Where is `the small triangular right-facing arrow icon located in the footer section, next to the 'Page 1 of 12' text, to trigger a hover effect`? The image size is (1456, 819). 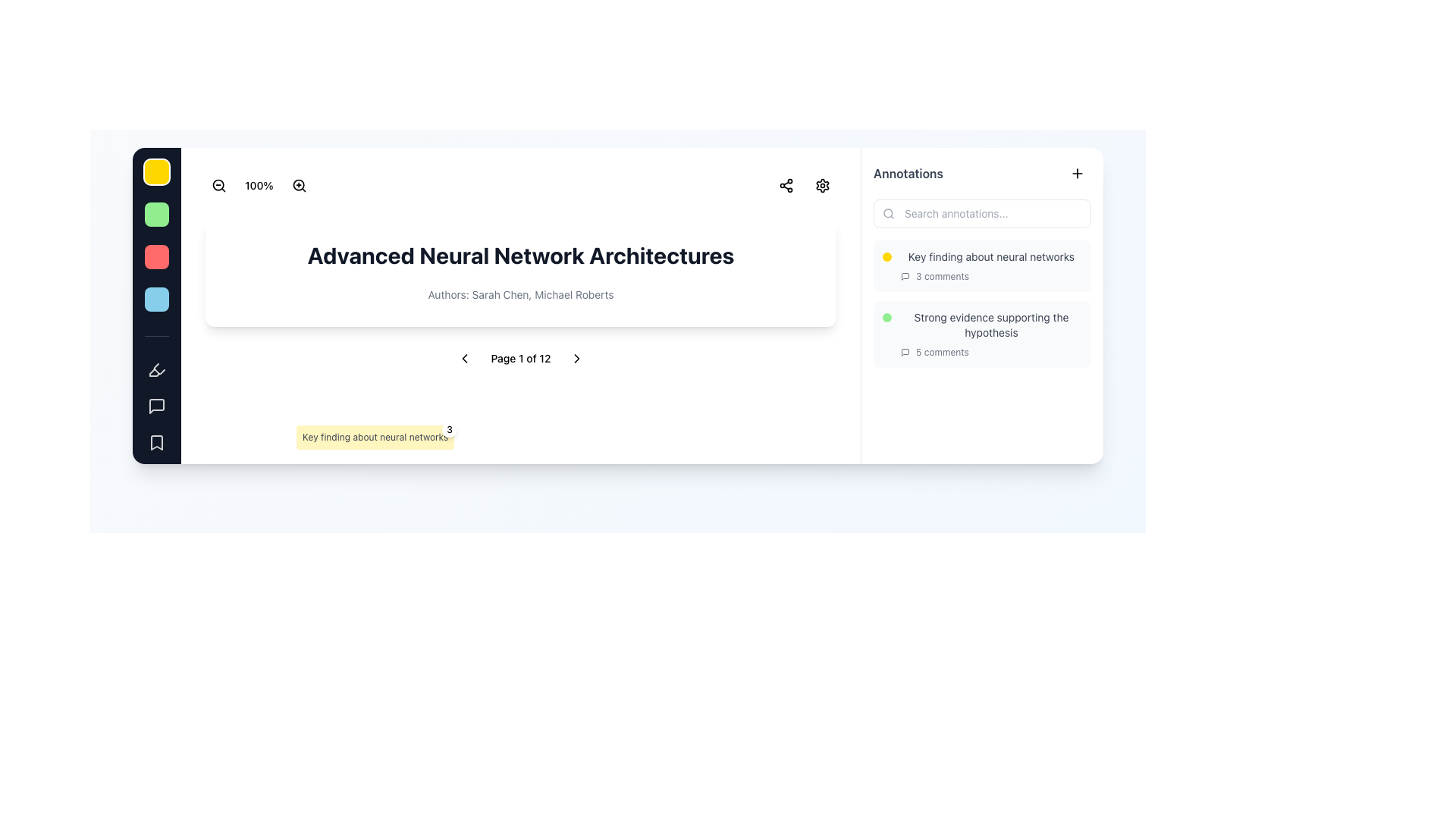
the small triangular right-facing arrow icon located in the footer section, next to the 'Page 1 of 12' text, to trigger a hover effect is located at coordinates (576, 359).